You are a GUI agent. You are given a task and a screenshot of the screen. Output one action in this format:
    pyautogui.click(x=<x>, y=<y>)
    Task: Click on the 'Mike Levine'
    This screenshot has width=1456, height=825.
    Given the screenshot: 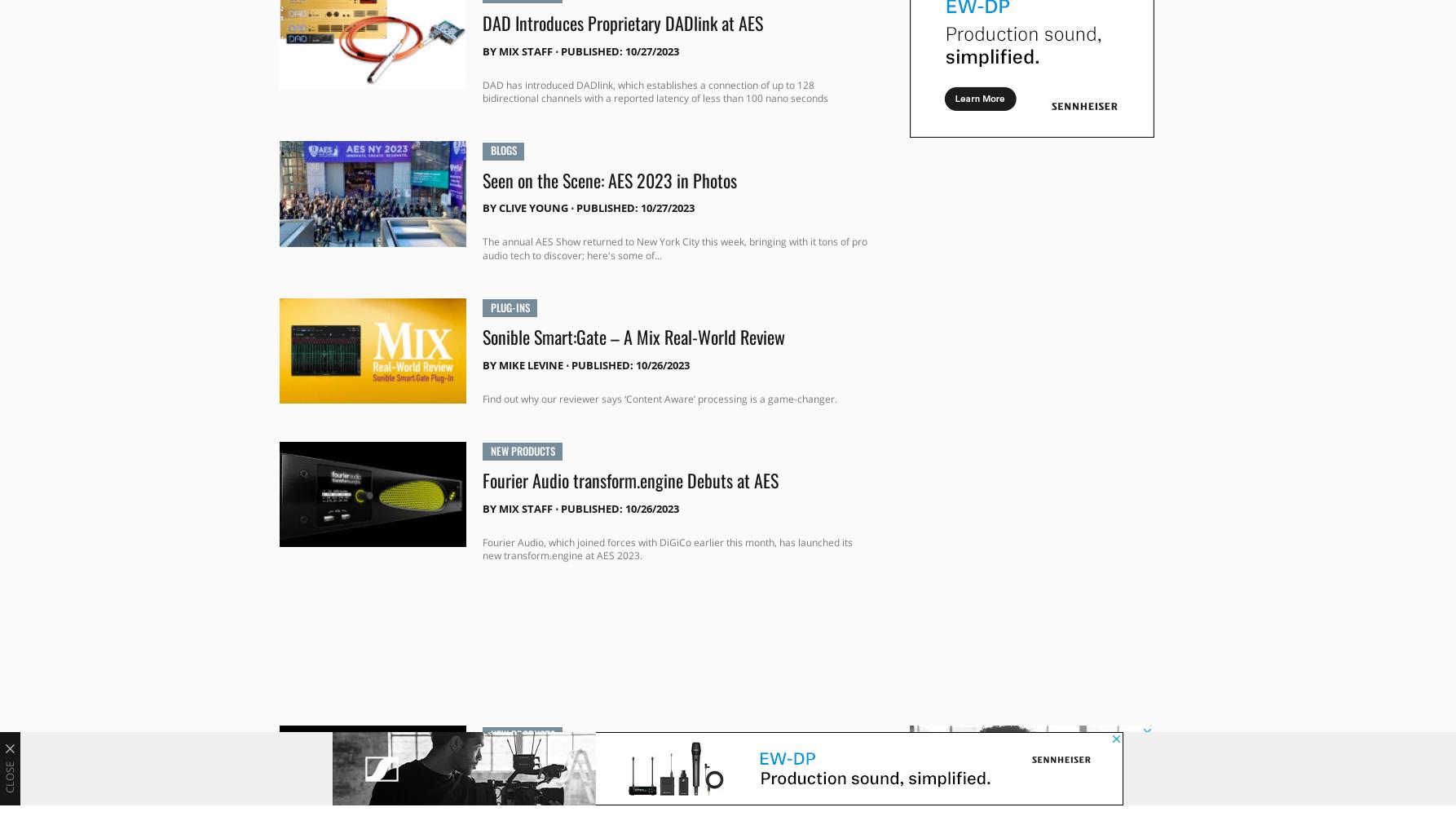 What is the action you would take?
    pyautogui.click(x=530, y=364)
    